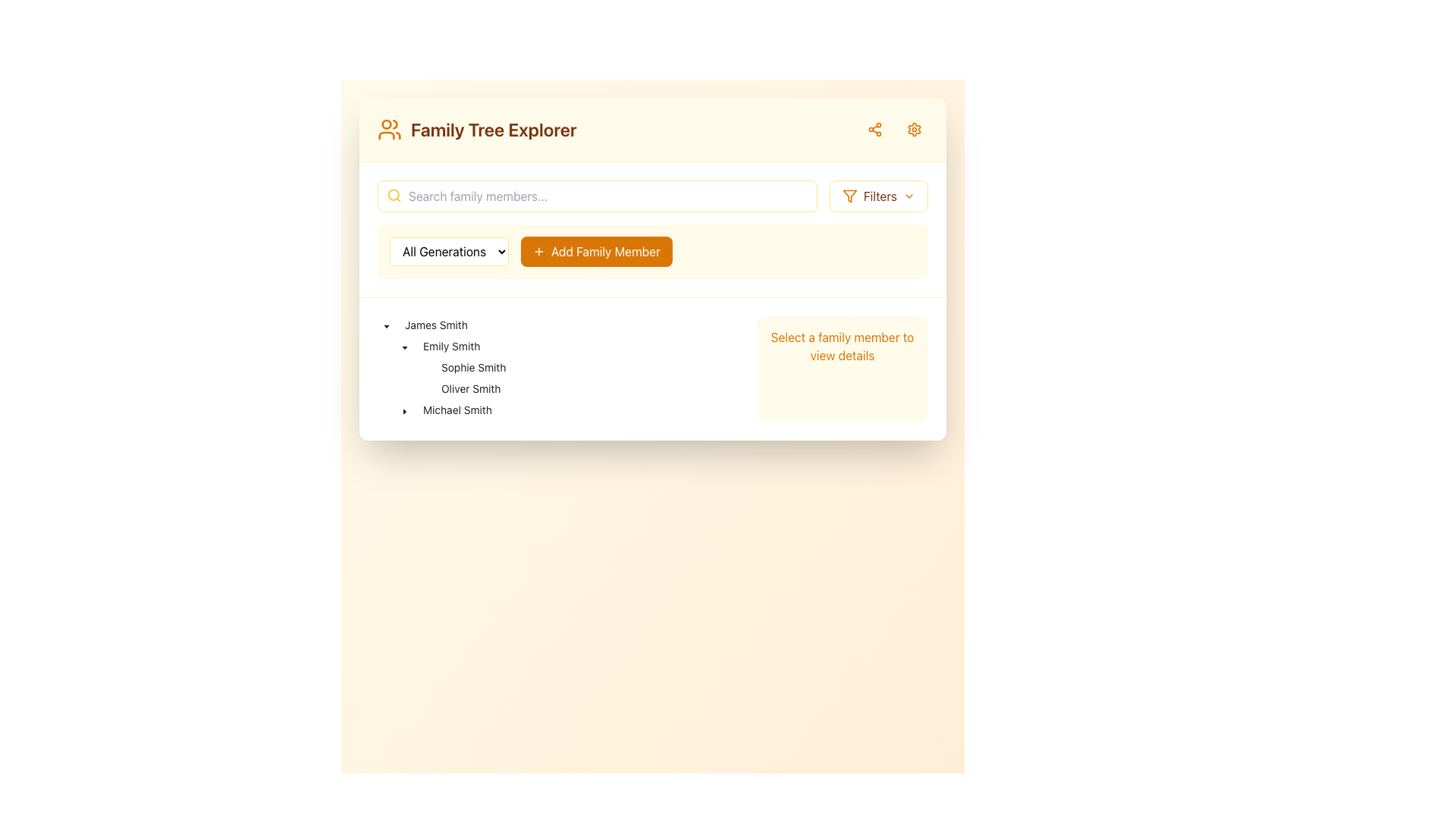 This screenshot has width=1456, height=819. What do you see at coordinates (849, 195) in the screenshot?
I see `the filter icon located in the top-right section of the main content area, which serves as a visual indicator for filtering content` at bounding box center [849, 195].